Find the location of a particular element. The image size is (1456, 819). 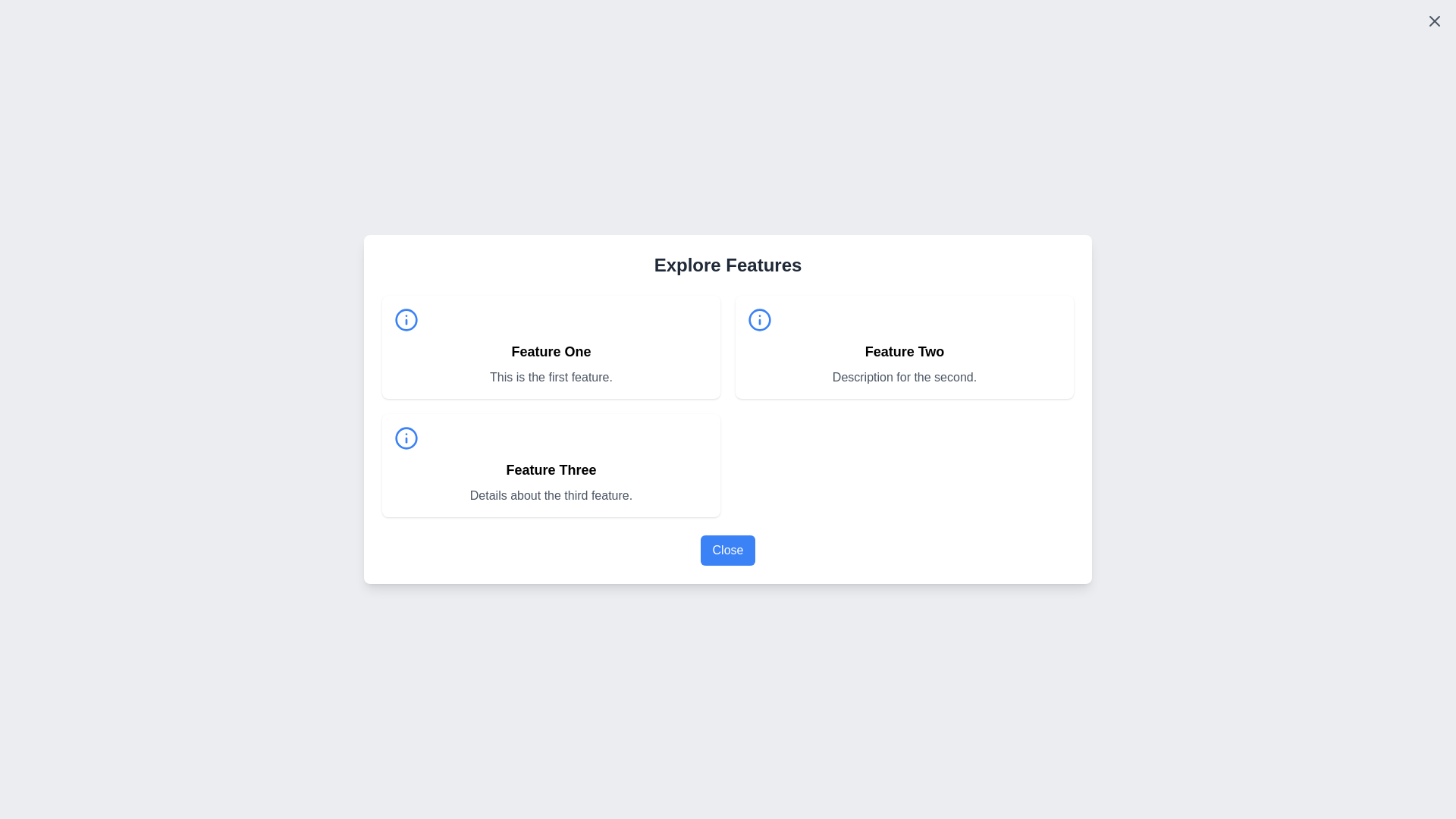

the close button located at the top-right corner of the interface, which dismisses the feature exploration interface and changes its color is located at coordinates (1433, 20).